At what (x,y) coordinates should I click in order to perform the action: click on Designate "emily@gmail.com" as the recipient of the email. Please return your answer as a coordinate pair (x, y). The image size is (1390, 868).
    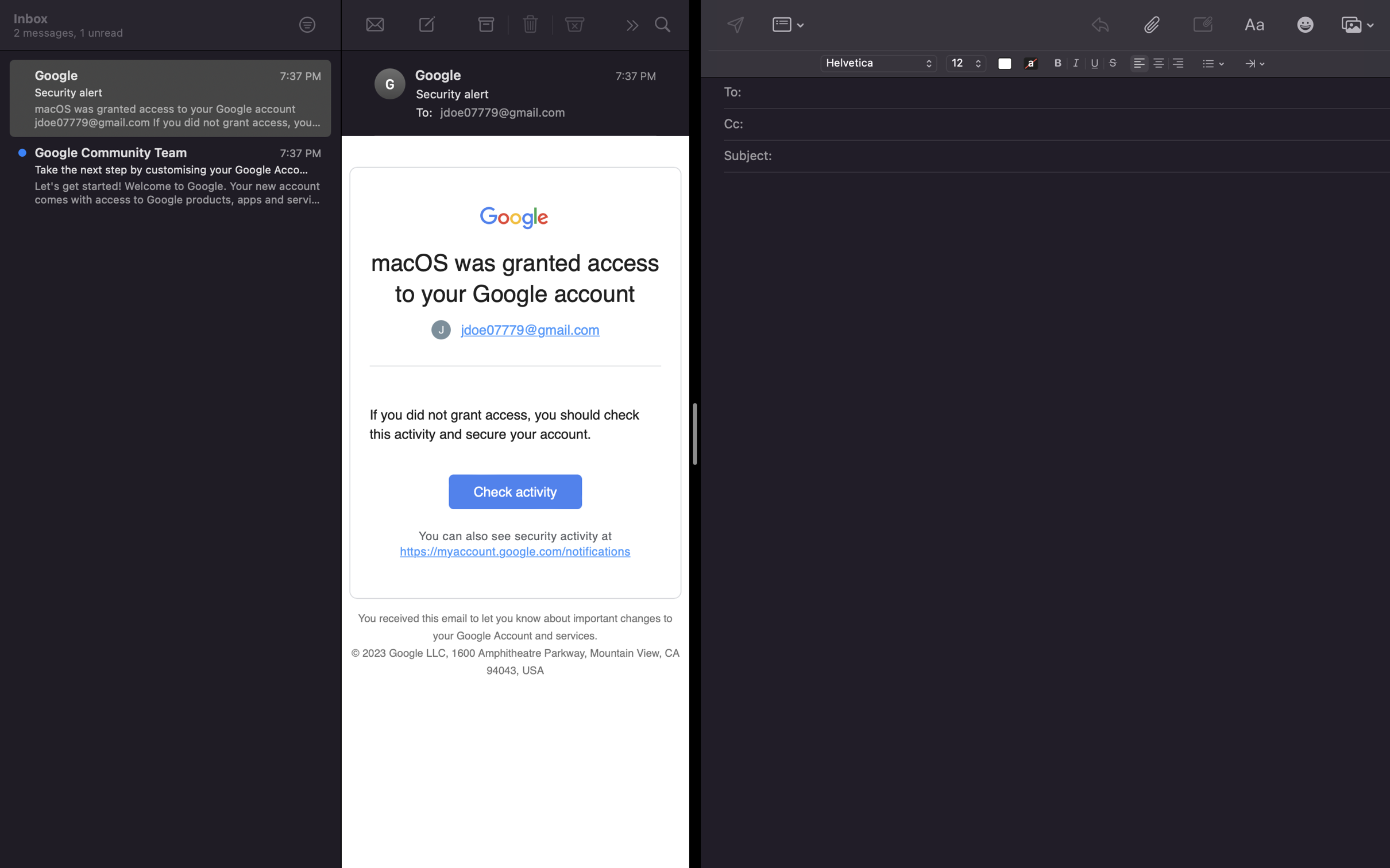
    Looking at the image, I should click on (1065, 93).